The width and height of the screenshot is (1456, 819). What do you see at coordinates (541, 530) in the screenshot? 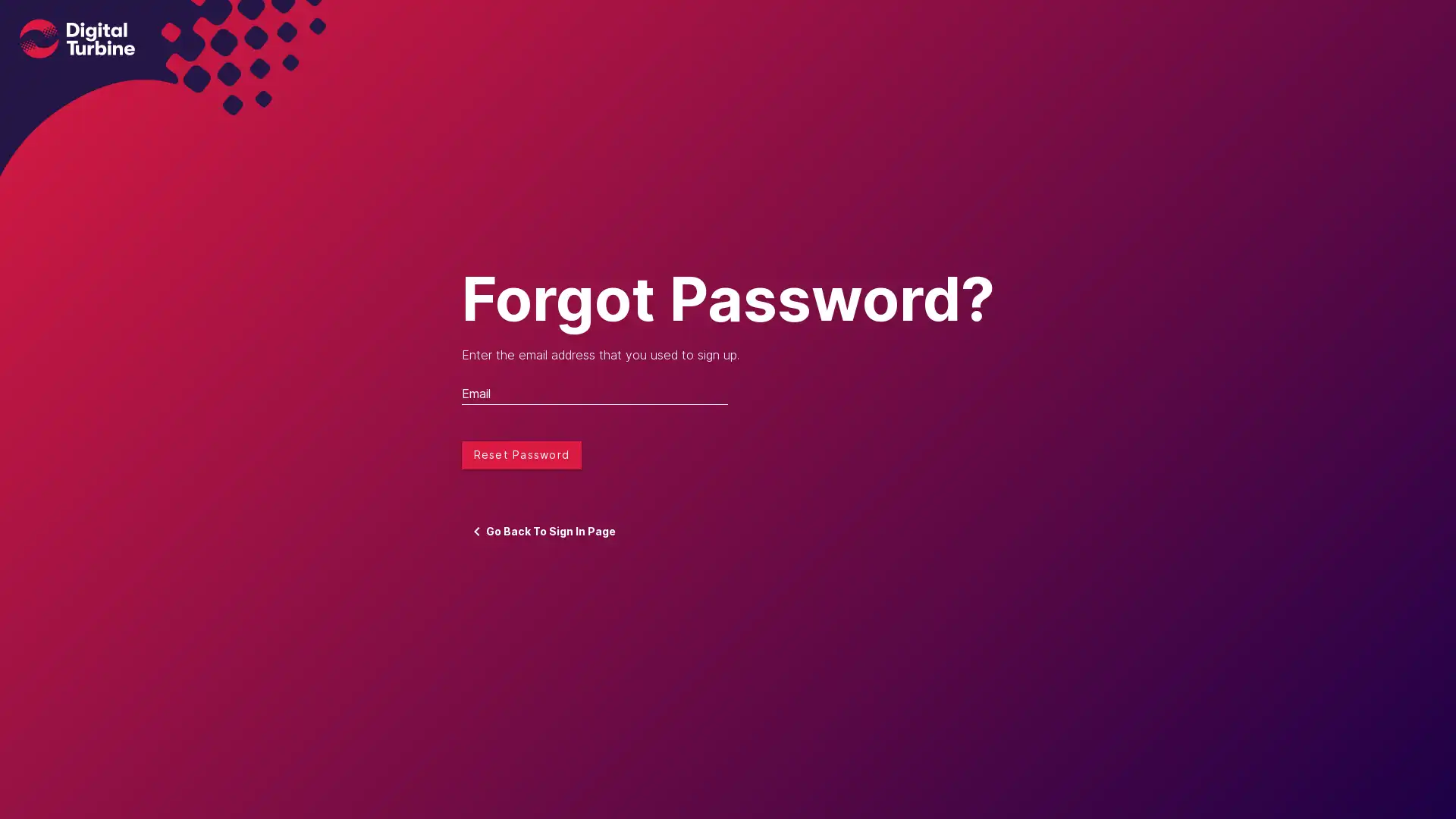
I see `Go Back To Sign In Page` at bounding box center [541, 530].